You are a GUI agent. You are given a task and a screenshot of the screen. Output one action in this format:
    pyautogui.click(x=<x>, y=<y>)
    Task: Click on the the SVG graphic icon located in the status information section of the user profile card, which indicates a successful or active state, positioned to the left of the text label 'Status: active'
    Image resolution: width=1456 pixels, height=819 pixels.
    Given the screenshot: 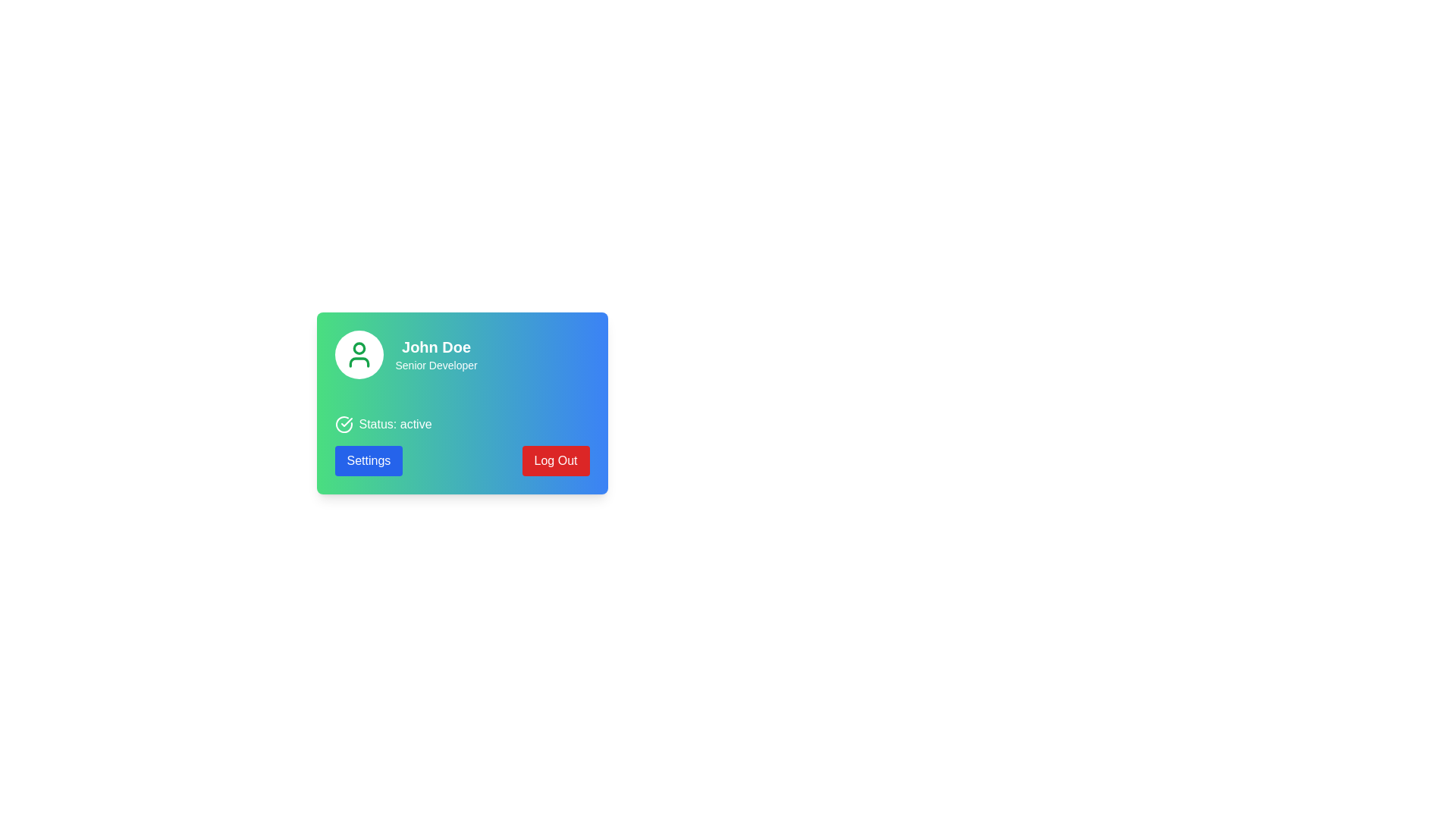 What is the action you would take?
    pyautogui.click(x=343, y=424)
    